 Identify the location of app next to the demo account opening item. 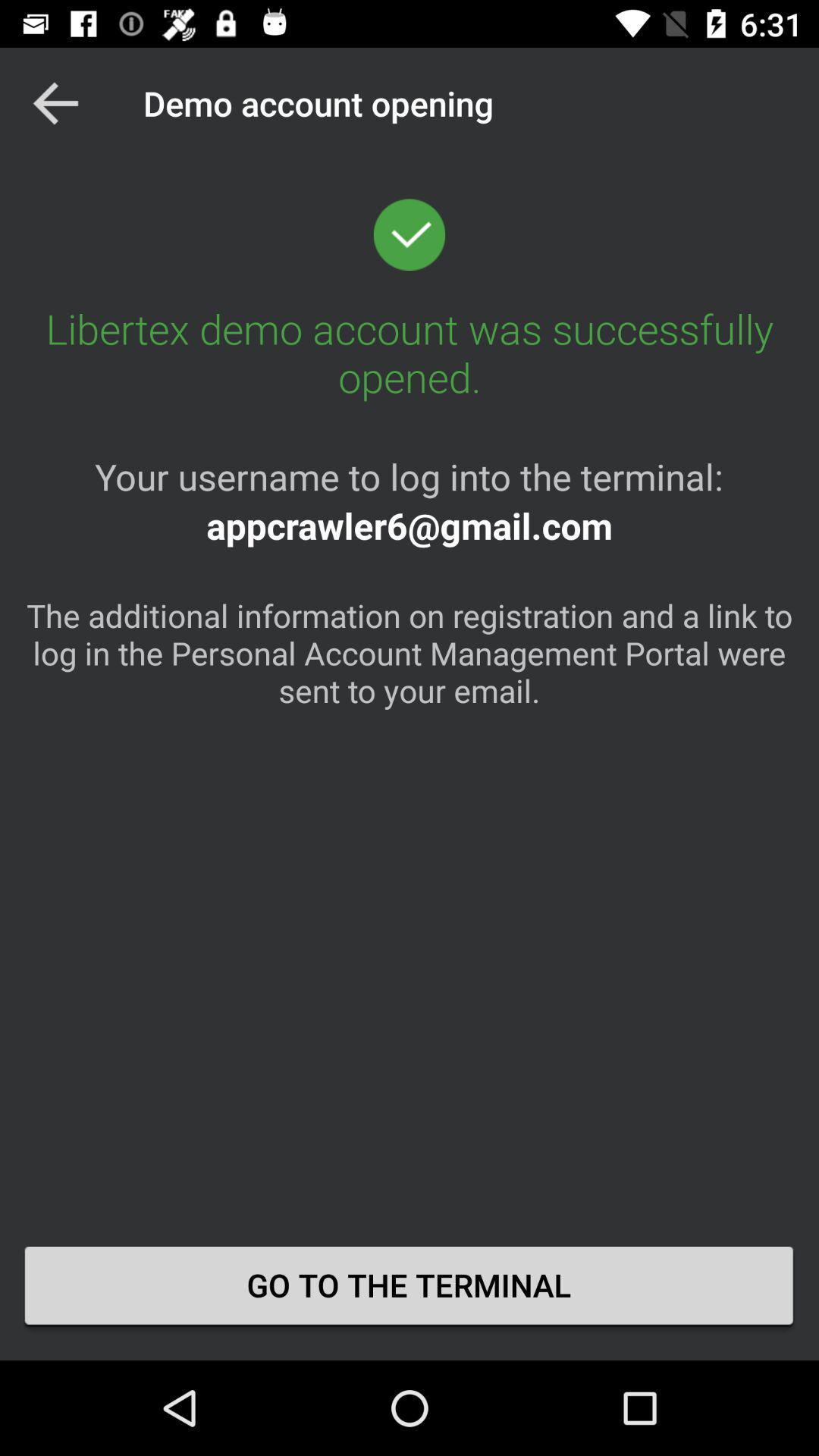
(55, 102).